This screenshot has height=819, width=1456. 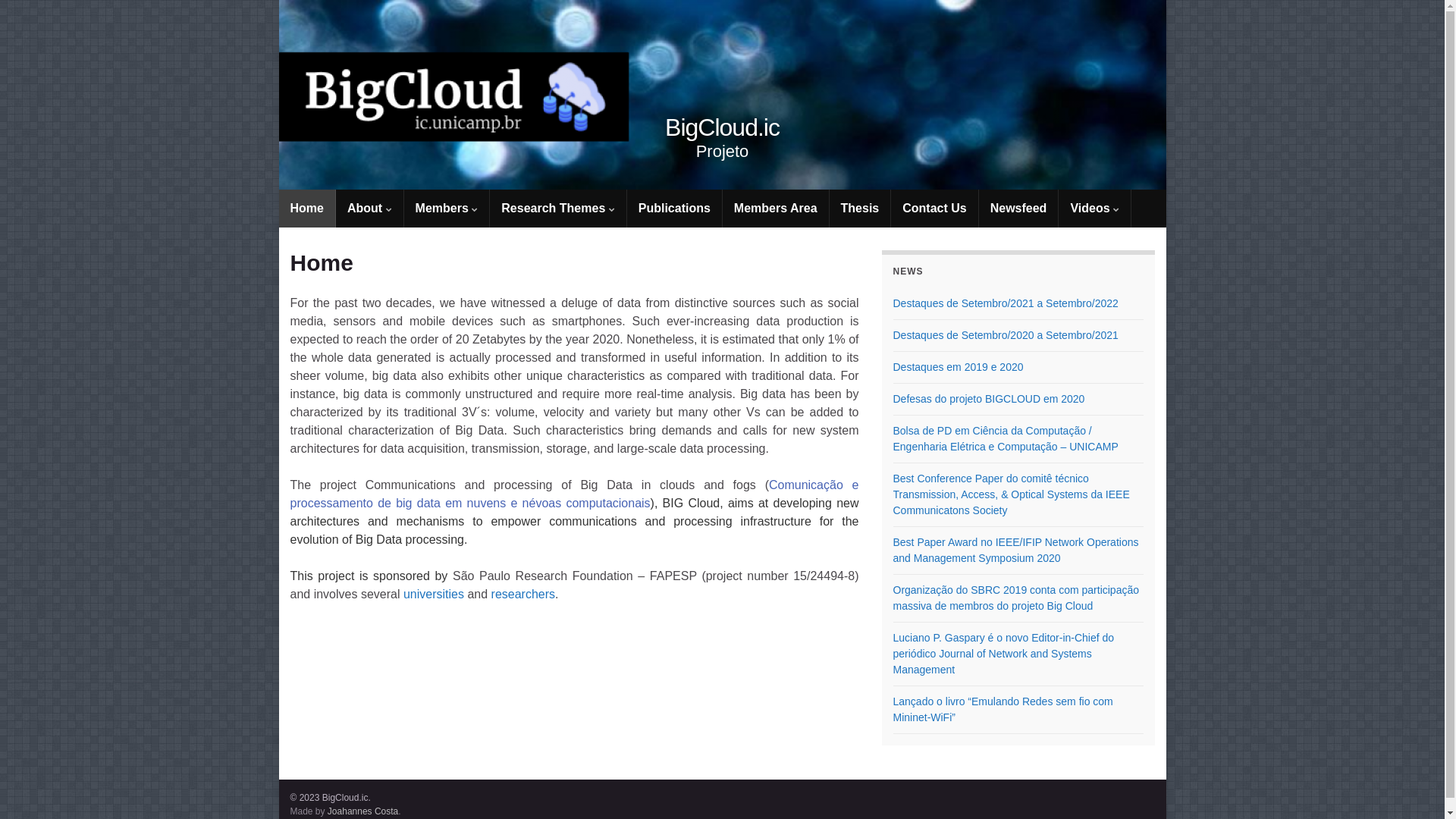 What do you see at coordinates (957, 366) in the screenshot?
I see `'Destaques em 2019 e 2020'` at bounding box center [957, 366].